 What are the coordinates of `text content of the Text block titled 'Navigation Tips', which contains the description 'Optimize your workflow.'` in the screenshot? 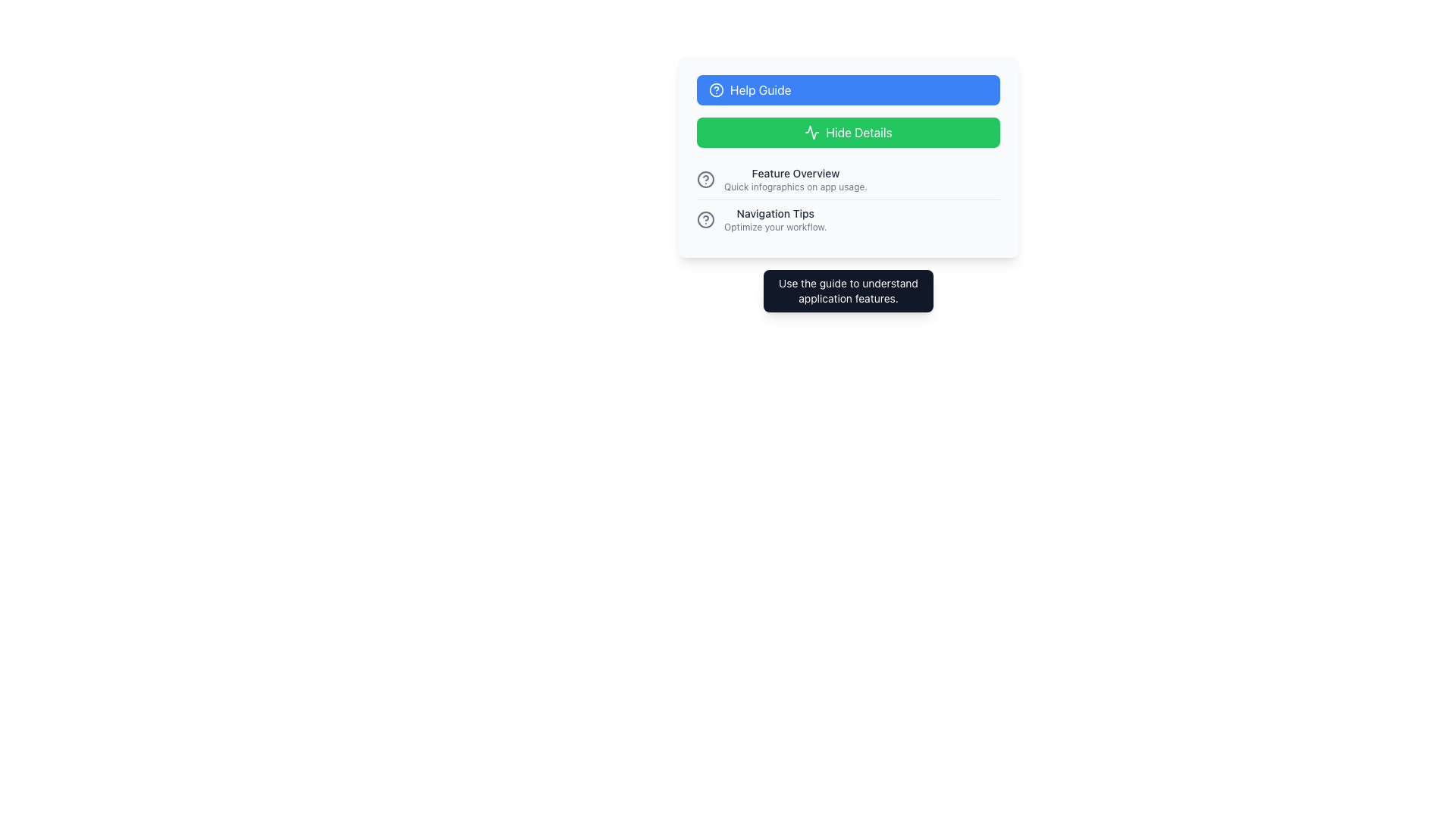 It's located at (775, 219).